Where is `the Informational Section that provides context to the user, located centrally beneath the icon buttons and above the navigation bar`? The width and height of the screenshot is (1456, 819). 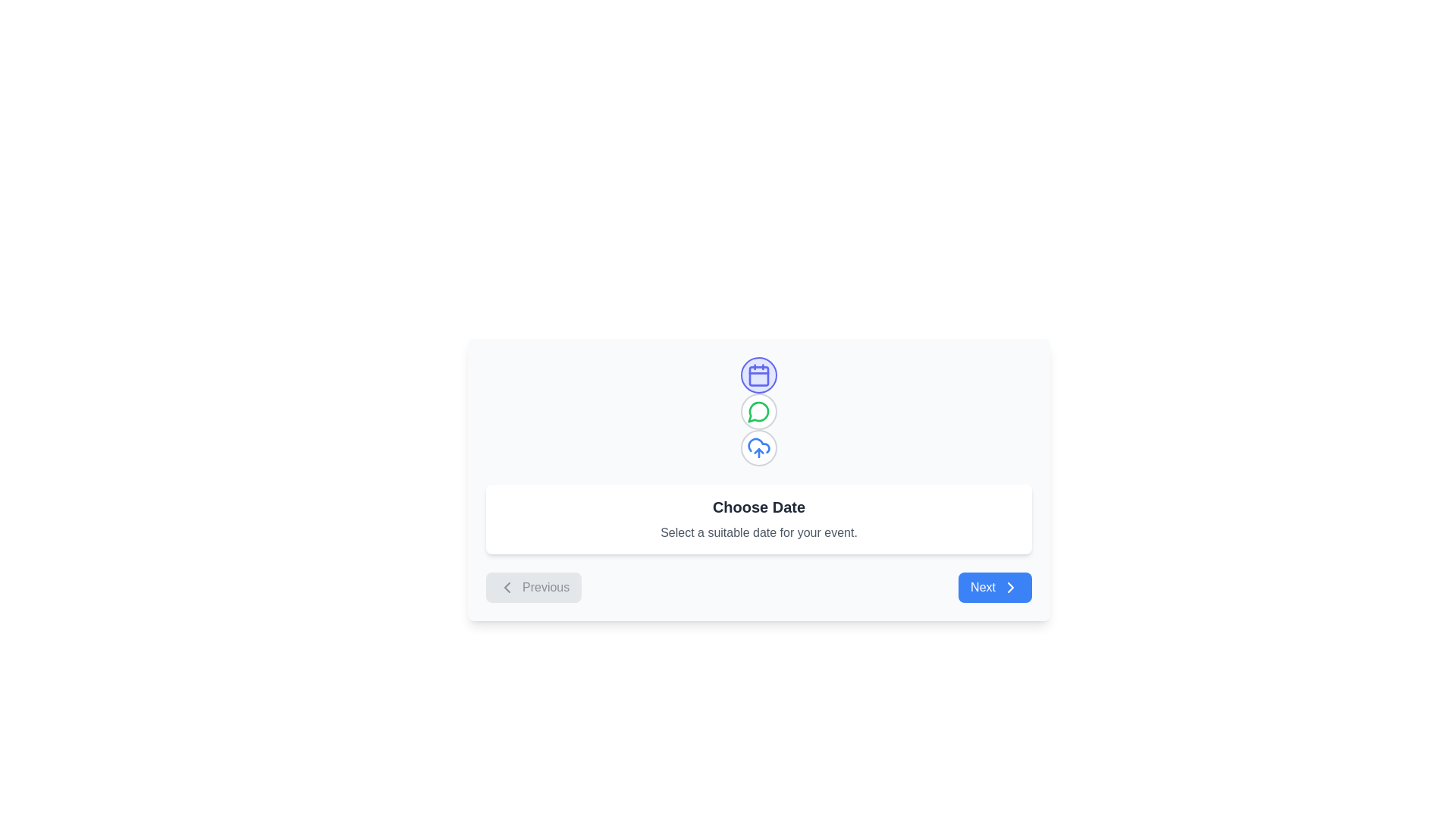 the Informational Section that provides context to the user, located centrally beneath the icon buttons and above the navigation bar is located at coordinates (759, 519).